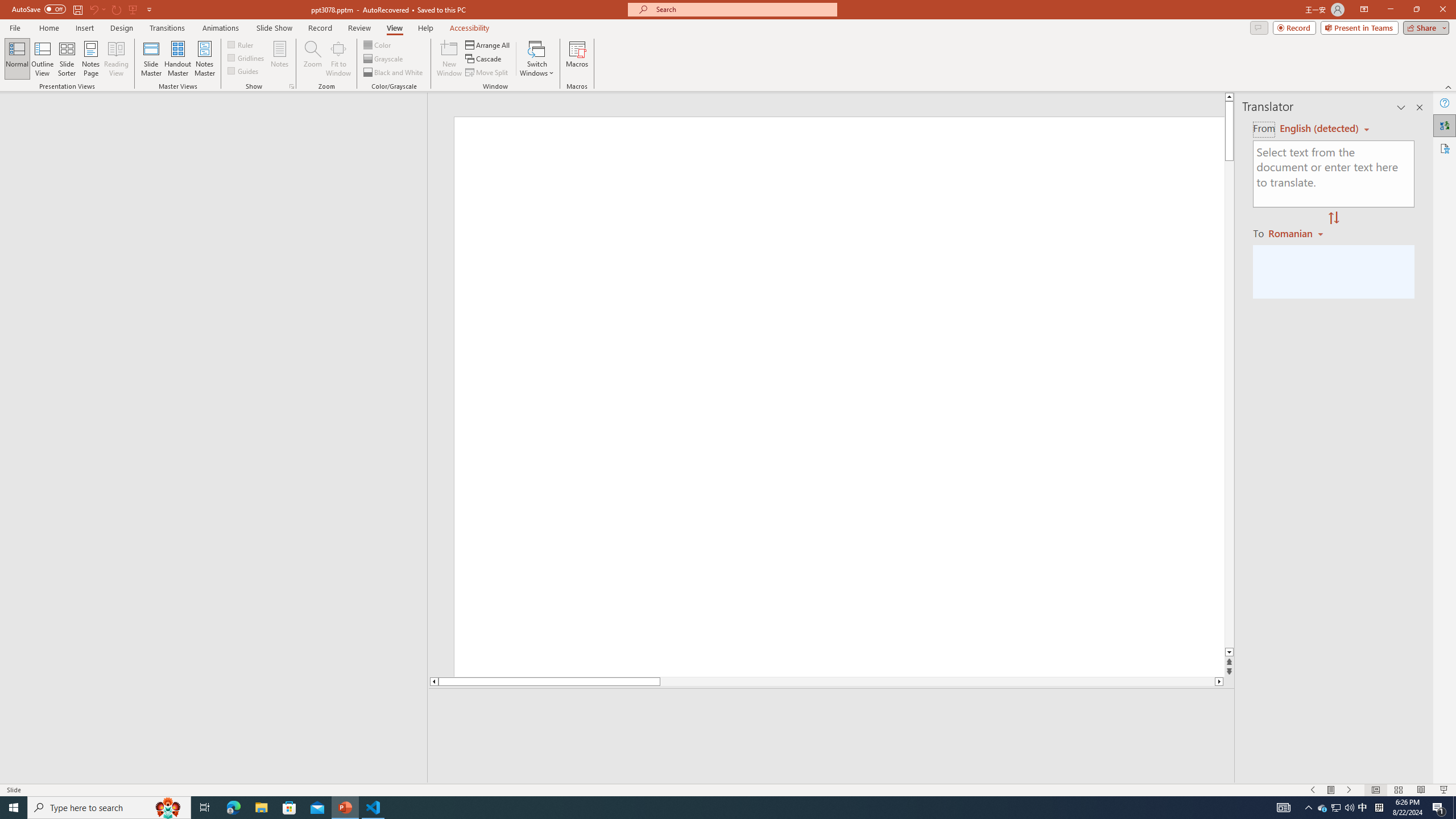  What do you see at coordinates (151, 59) in the screenshot?
I see `'Slide Master'` at bounding box center [151, 59].